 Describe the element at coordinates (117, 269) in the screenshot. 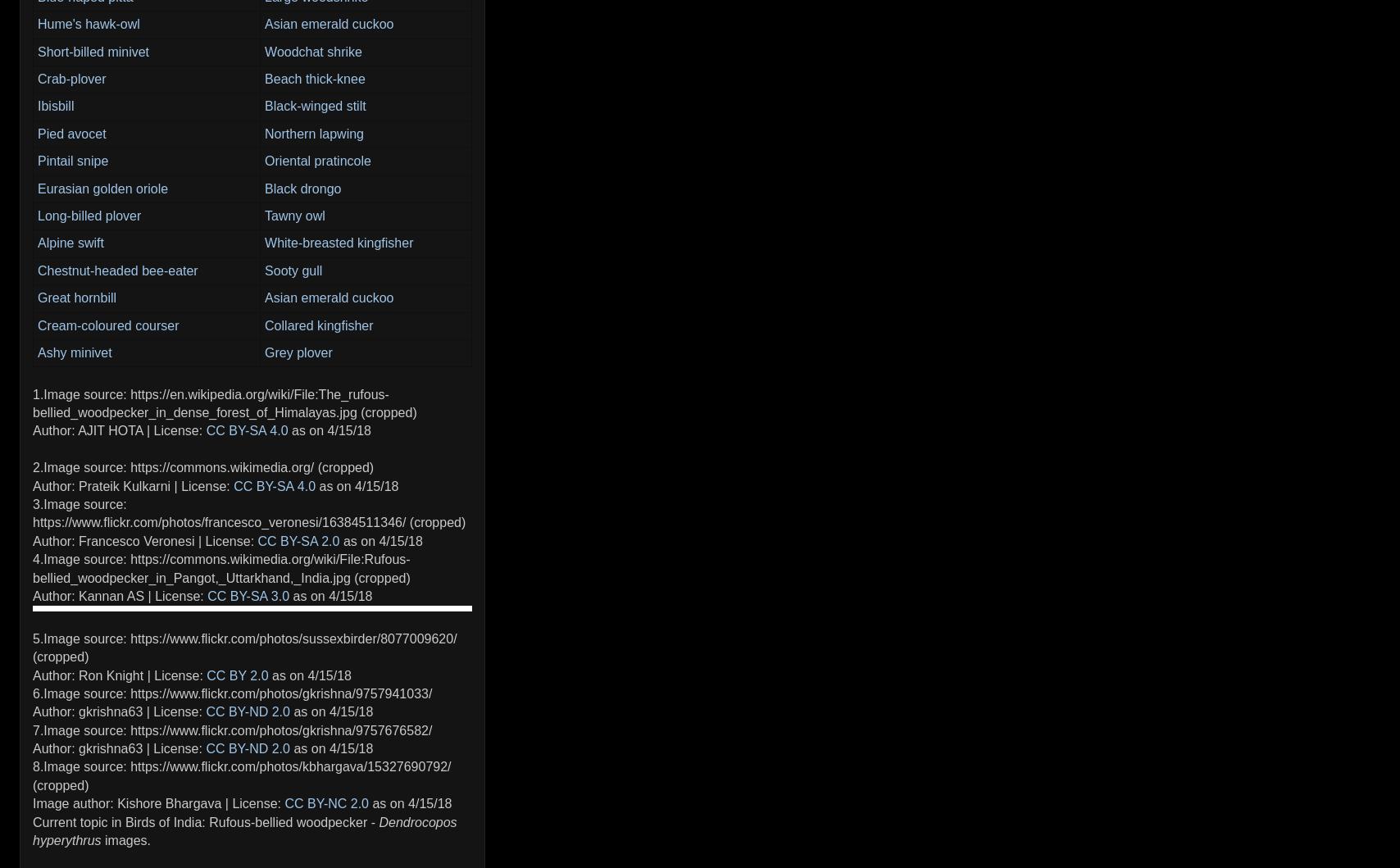

I see `'Chestnut-headed bee-eater'` at that location.